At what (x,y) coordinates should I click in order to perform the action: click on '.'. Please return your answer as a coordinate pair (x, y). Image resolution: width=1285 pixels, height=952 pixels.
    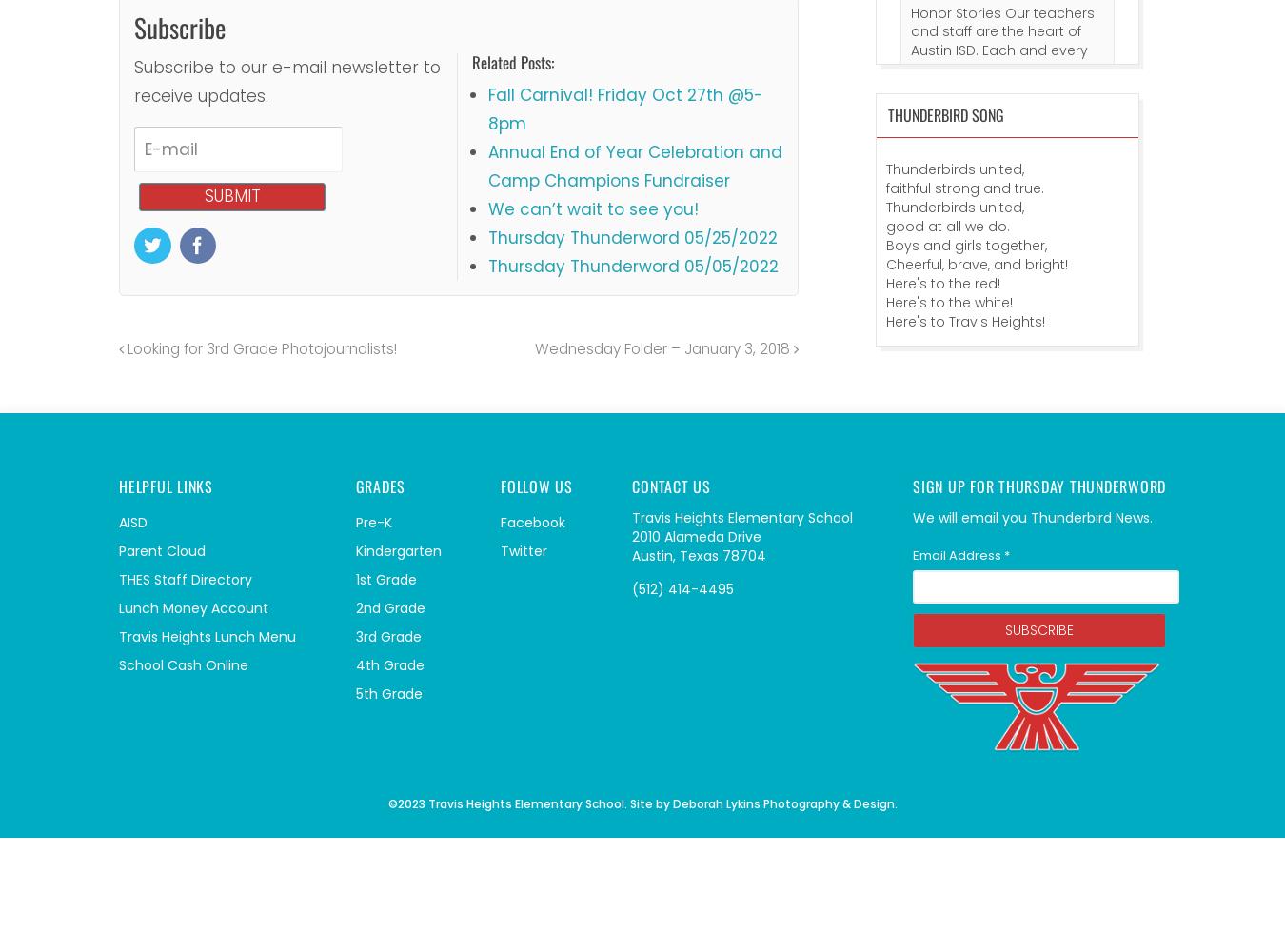
    Looking at the image, I should click on (893, 802).